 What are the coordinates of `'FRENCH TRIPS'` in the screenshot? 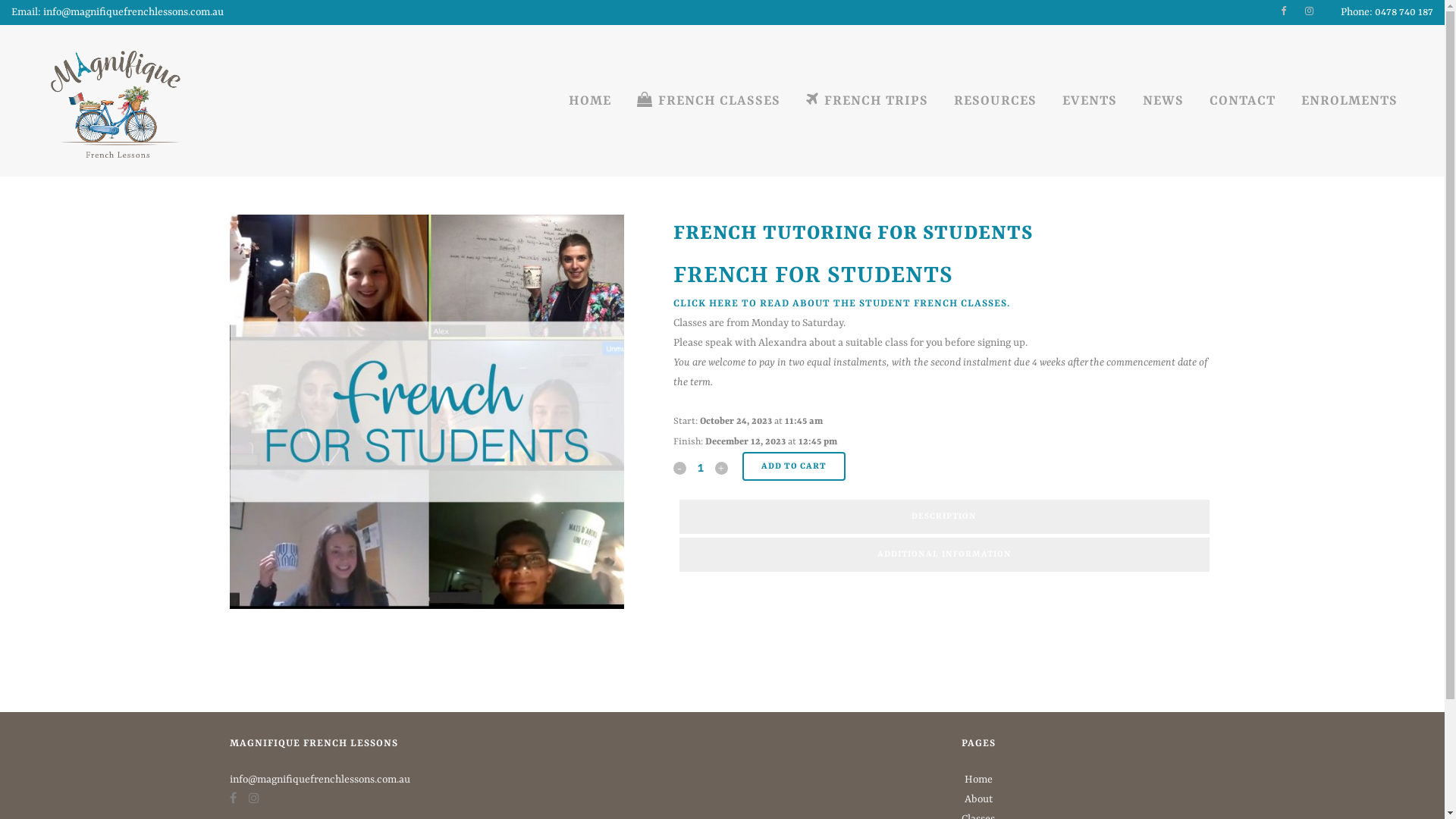 It's located at (867, 100).